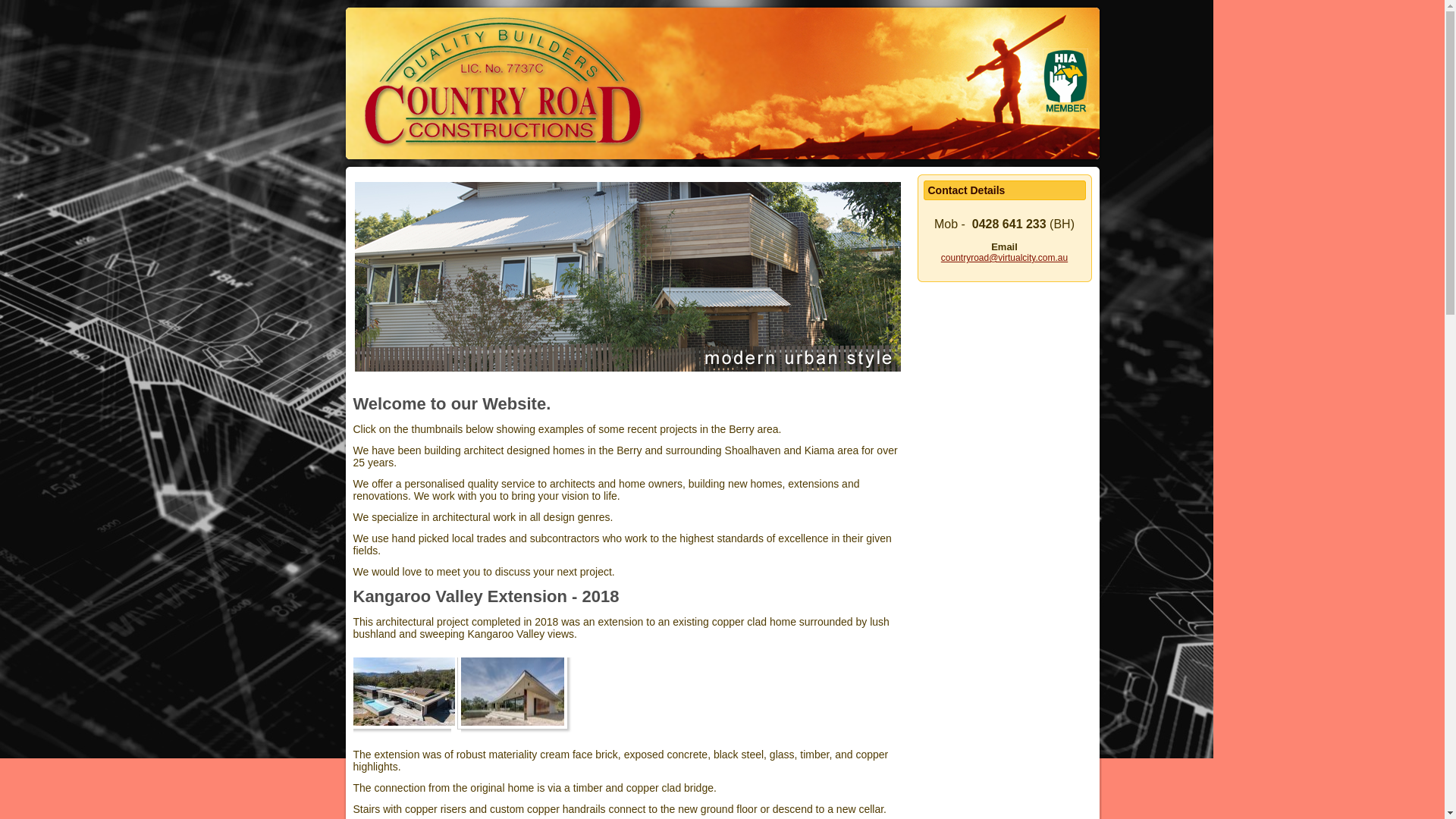 Image resolution: width=1456 pixels, height=819 pixels. I want to click on 'countryroad@virtualcity.com.au', so click(1004, 256).